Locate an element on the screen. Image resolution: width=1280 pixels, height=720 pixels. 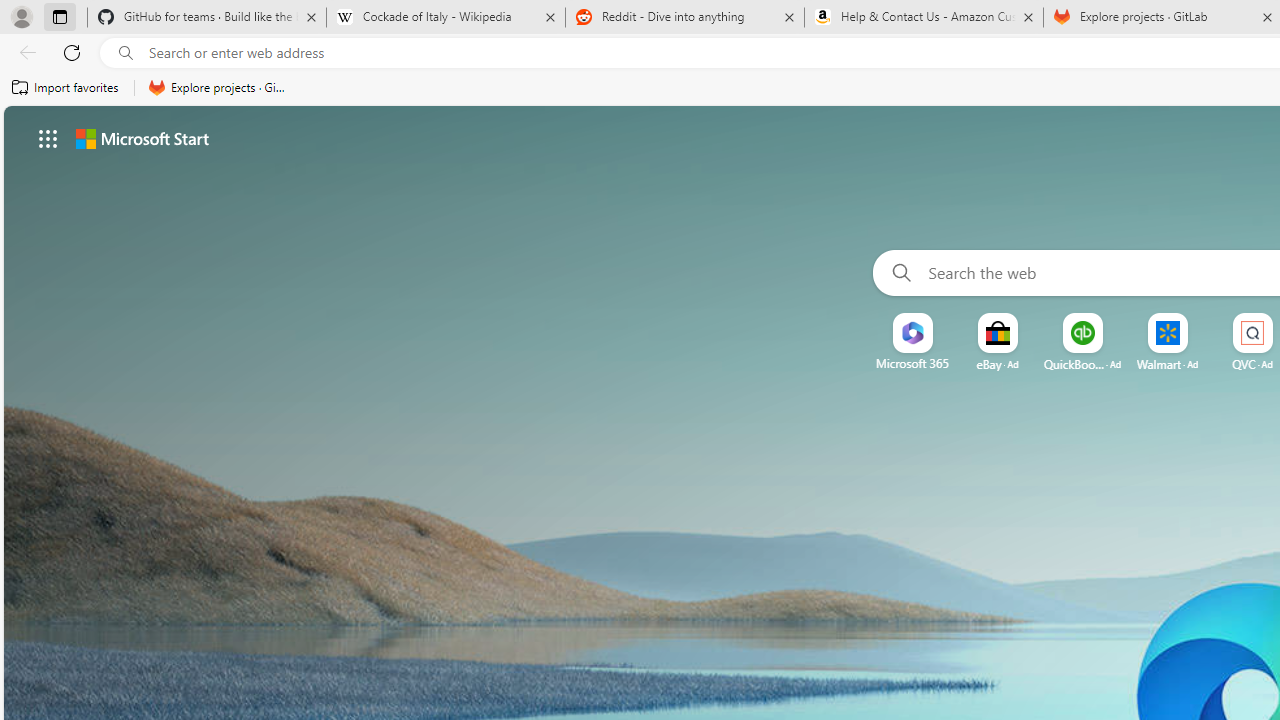
'Ad' is located at coordinates (1266, 364).